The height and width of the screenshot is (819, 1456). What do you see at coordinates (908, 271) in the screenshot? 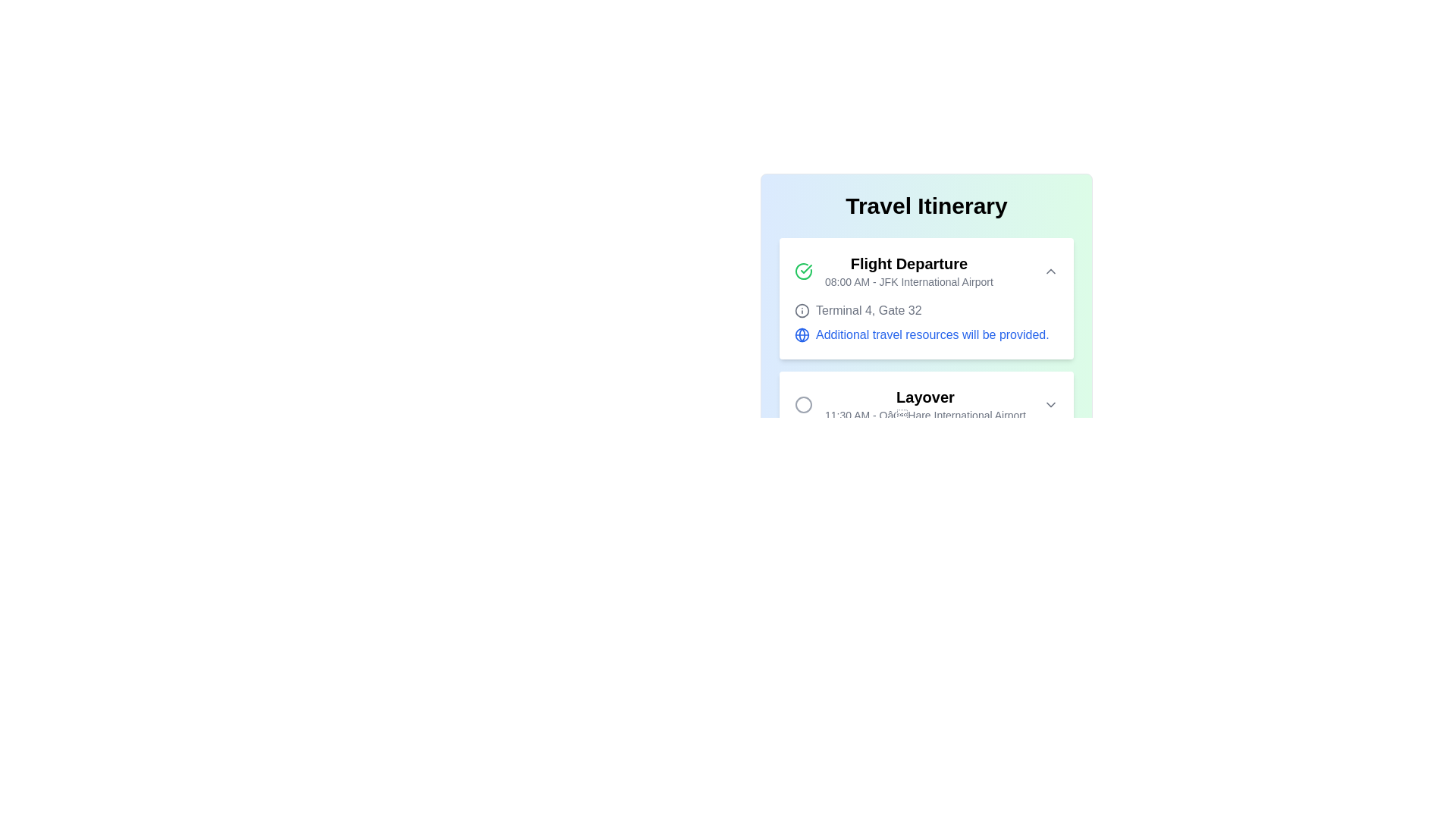
I see `displayed information from the Header with subtitle that summarizes flight departure details, including the departure time and location` at bounding box center [908, 271].